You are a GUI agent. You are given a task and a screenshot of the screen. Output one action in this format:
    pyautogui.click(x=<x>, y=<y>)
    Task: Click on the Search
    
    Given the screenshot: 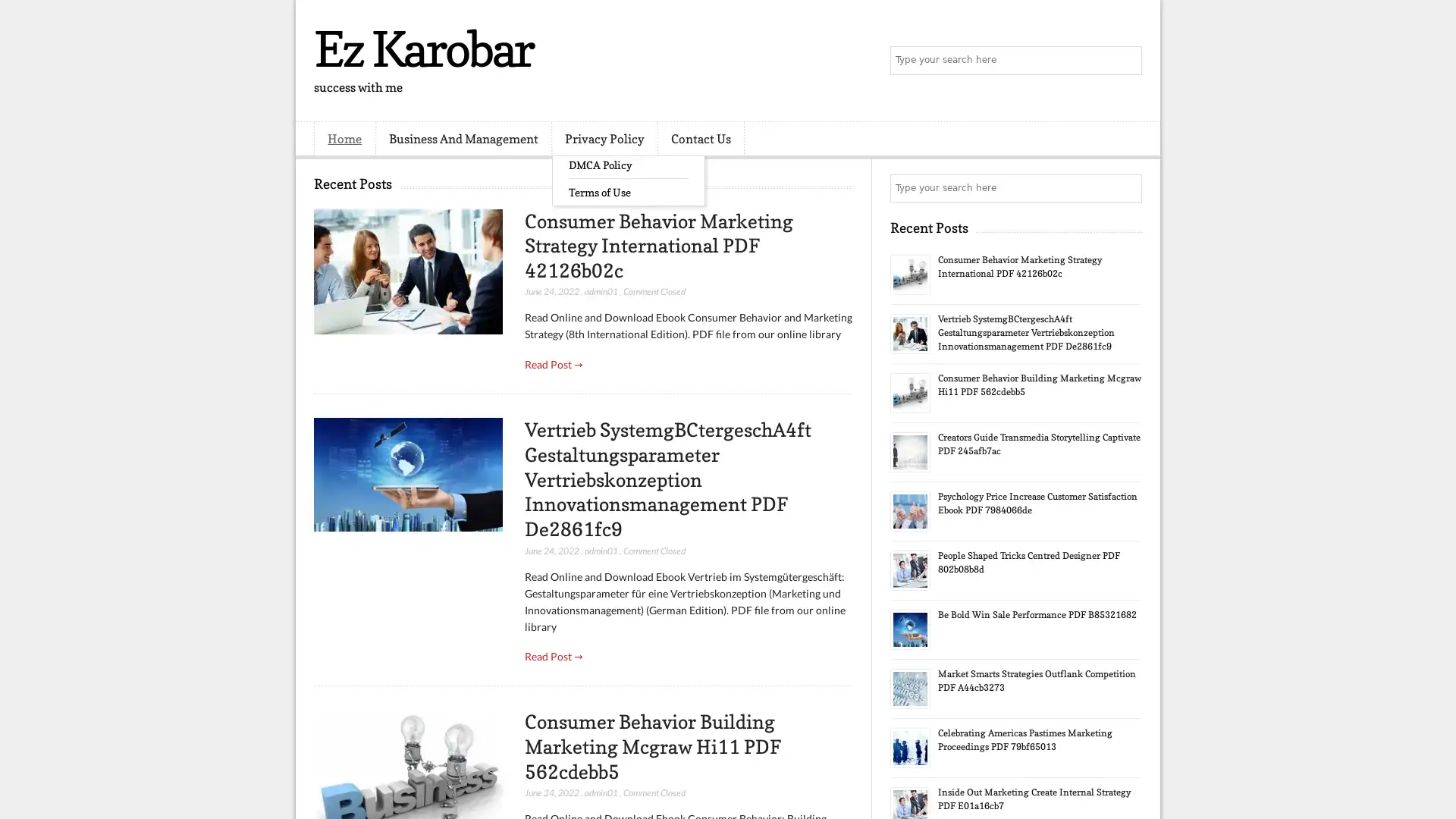 What is the action you would take?
    pyautogui.click(x=1126, y=61)
    